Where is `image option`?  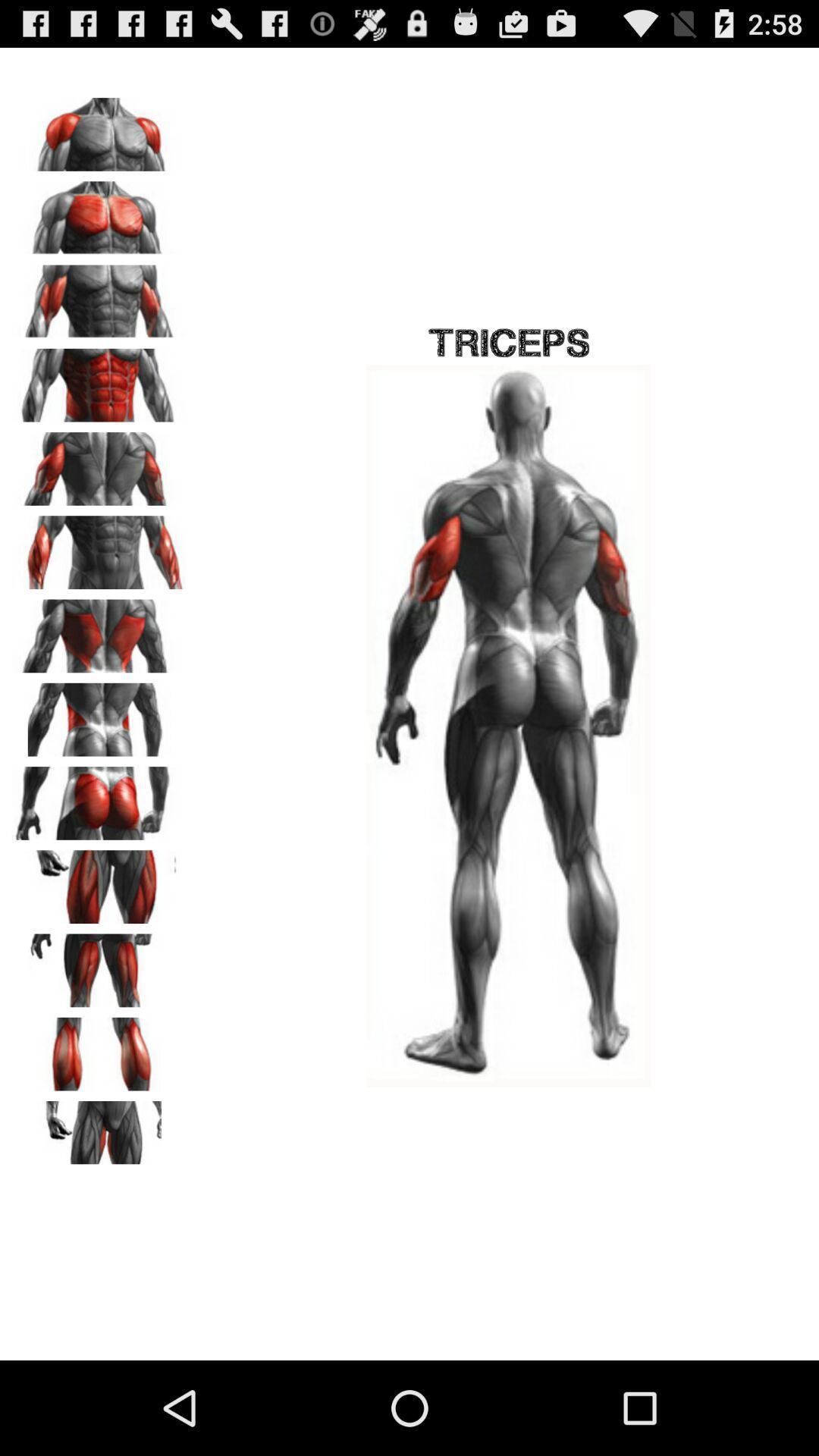 image option is located at coordinates (99, 129).